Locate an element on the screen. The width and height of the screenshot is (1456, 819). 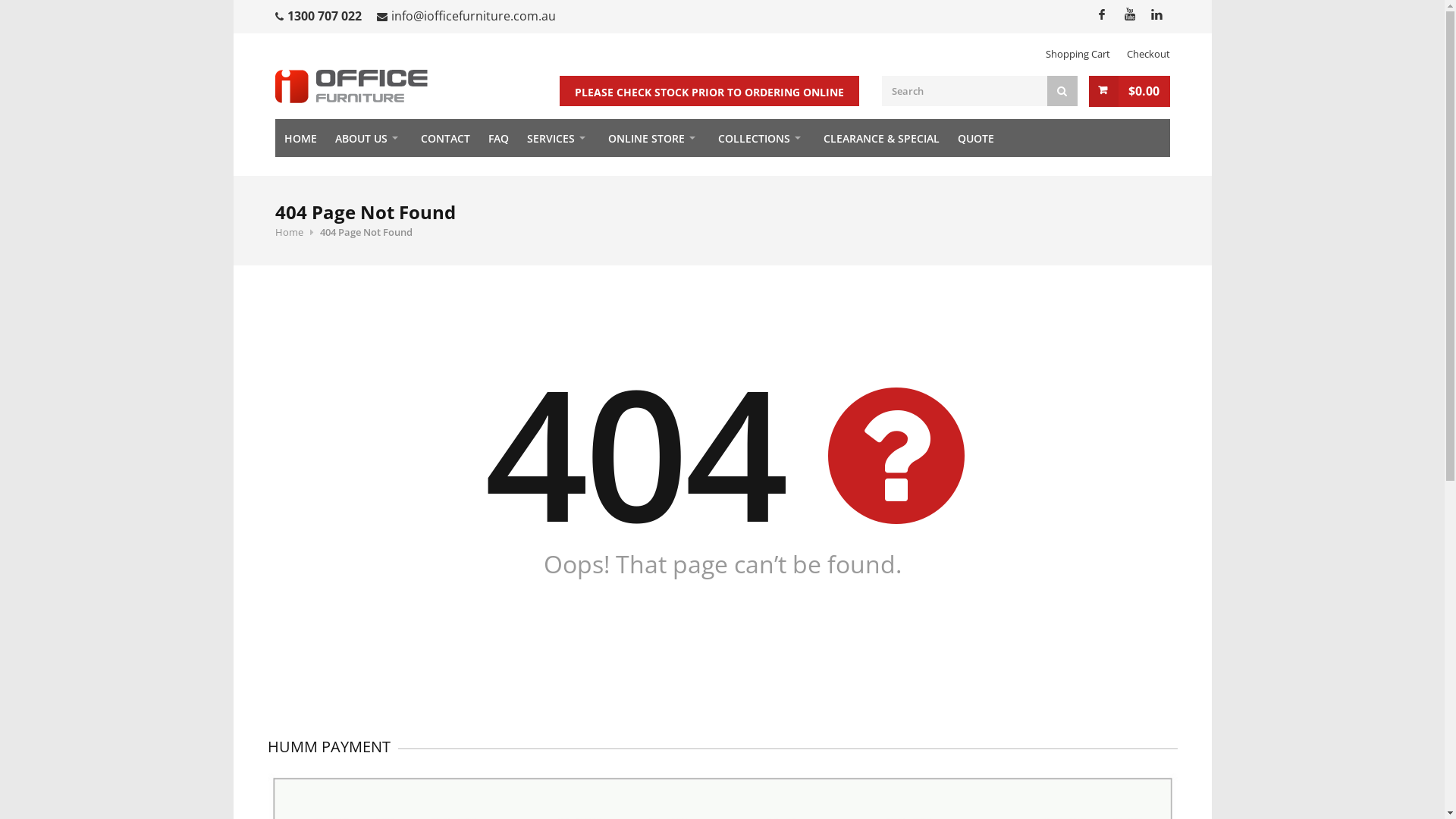
'CLEARANCE & SPECIAL' is located at coordinates (881, 137).